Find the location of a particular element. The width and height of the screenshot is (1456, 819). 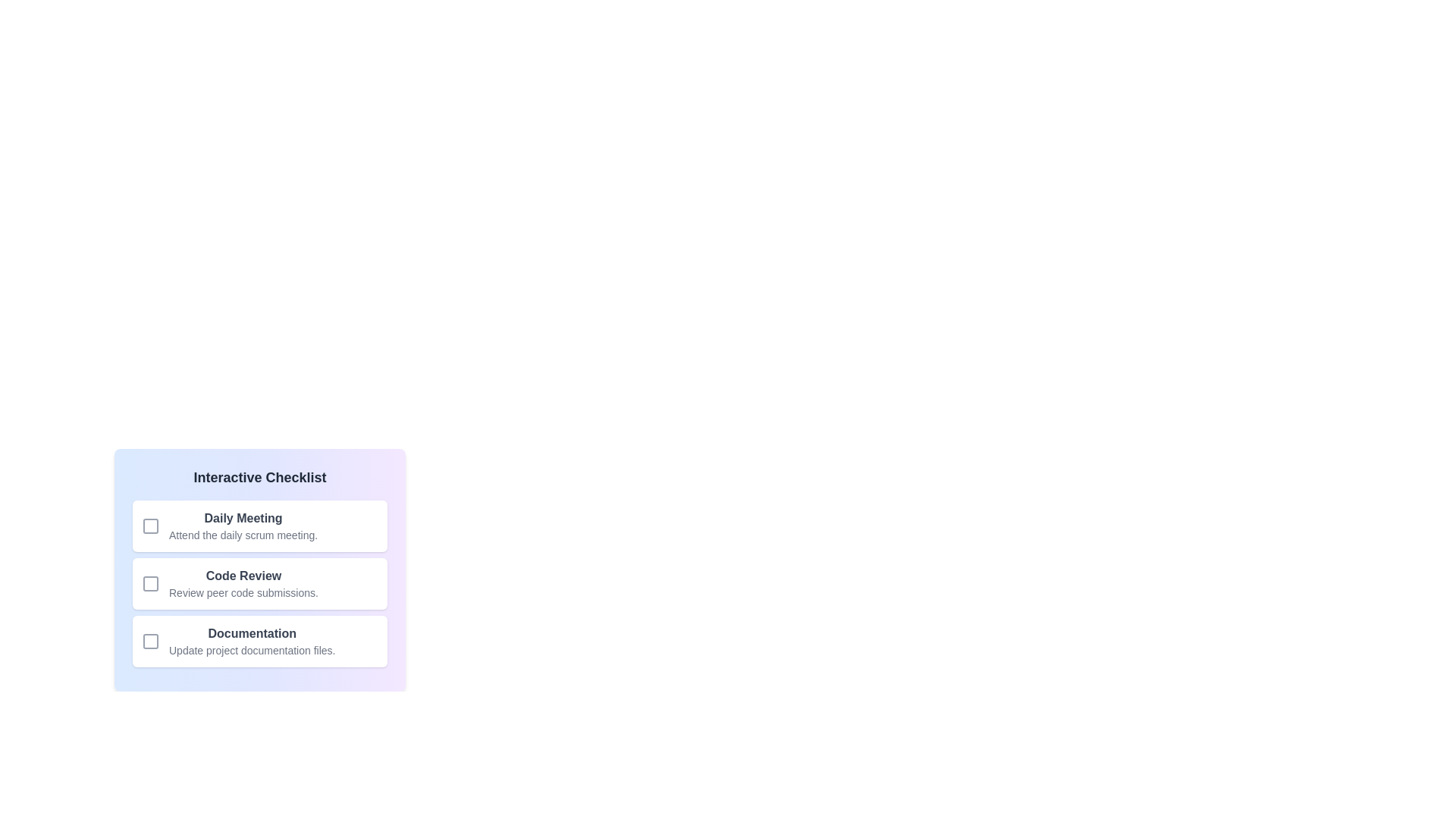

the checkbox located at the top-left corner of the 'Daily Meeting' item in the 'Interactive Checklist' is located at coordinates (150, 526).